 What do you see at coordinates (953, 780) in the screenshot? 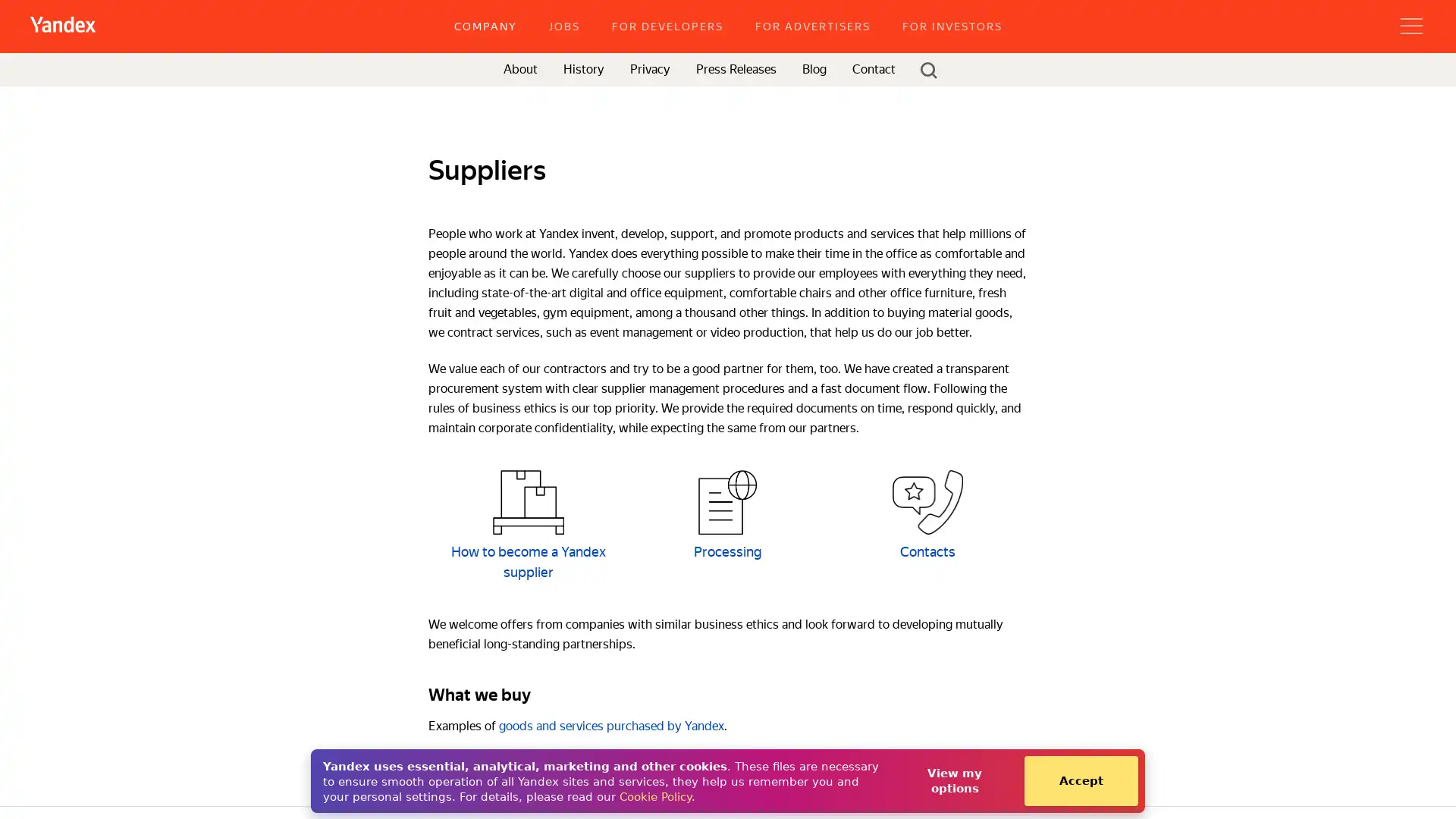
I see `View my options` at bounding box center [953, 780].